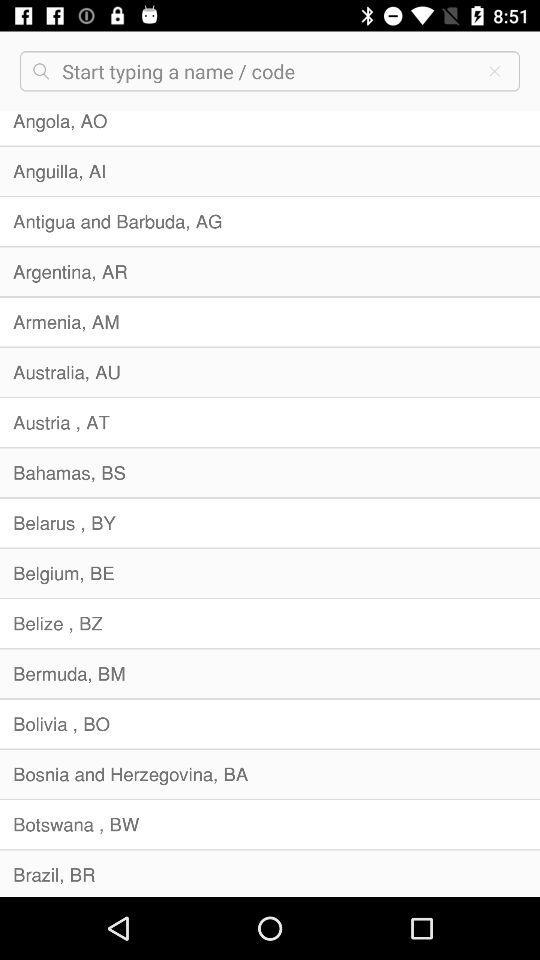  What do you see at coordinates (270, 673) in the screenshot?
I see `bermuda, bm` at bounding box center [270, 673].